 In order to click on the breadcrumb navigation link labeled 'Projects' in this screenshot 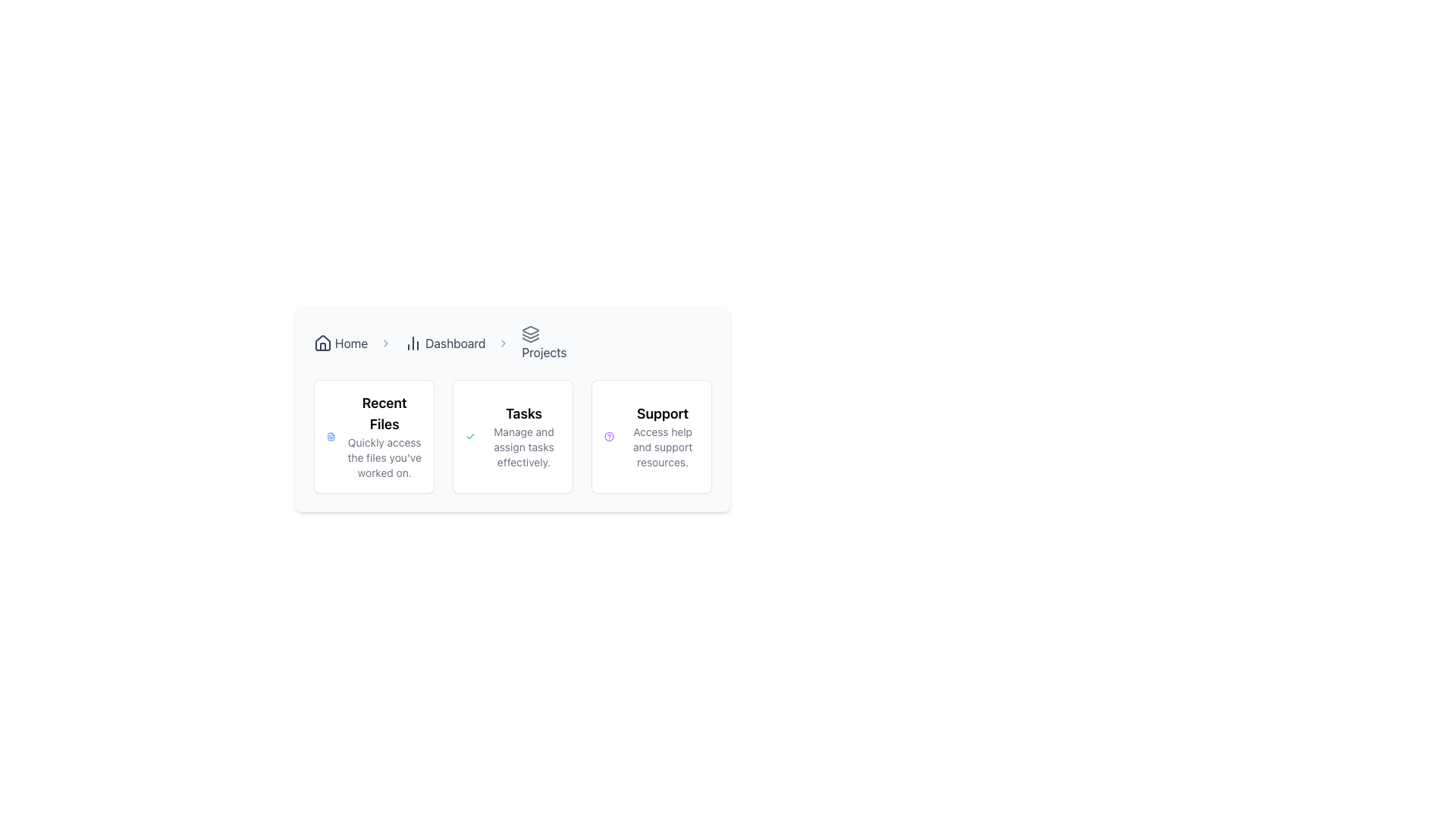, I will do `click(544, 343)`.